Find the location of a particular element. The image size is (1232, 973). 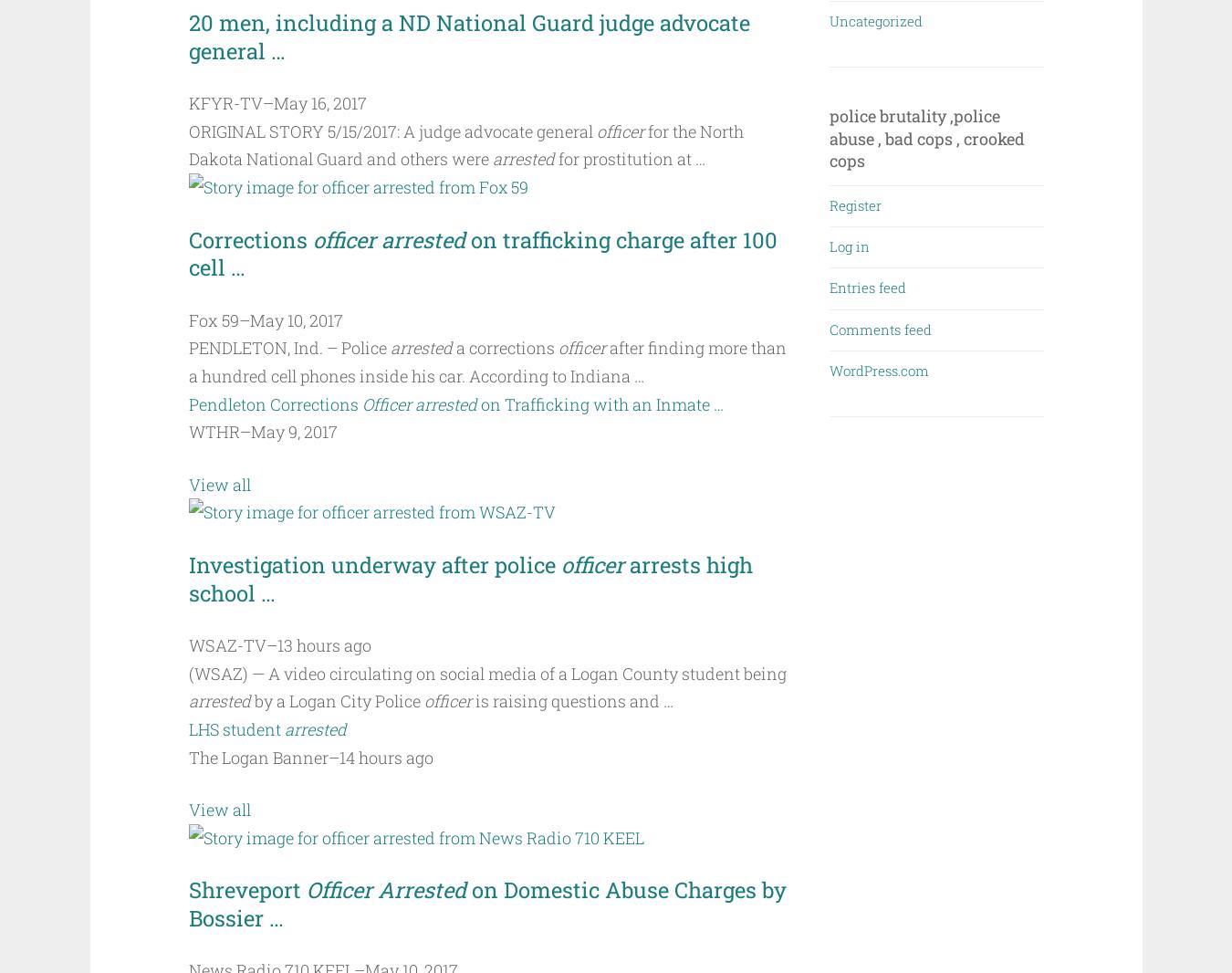

'police brutality ,police abuse , bad cops , crooked cops' is located at coordinates (927, 137).